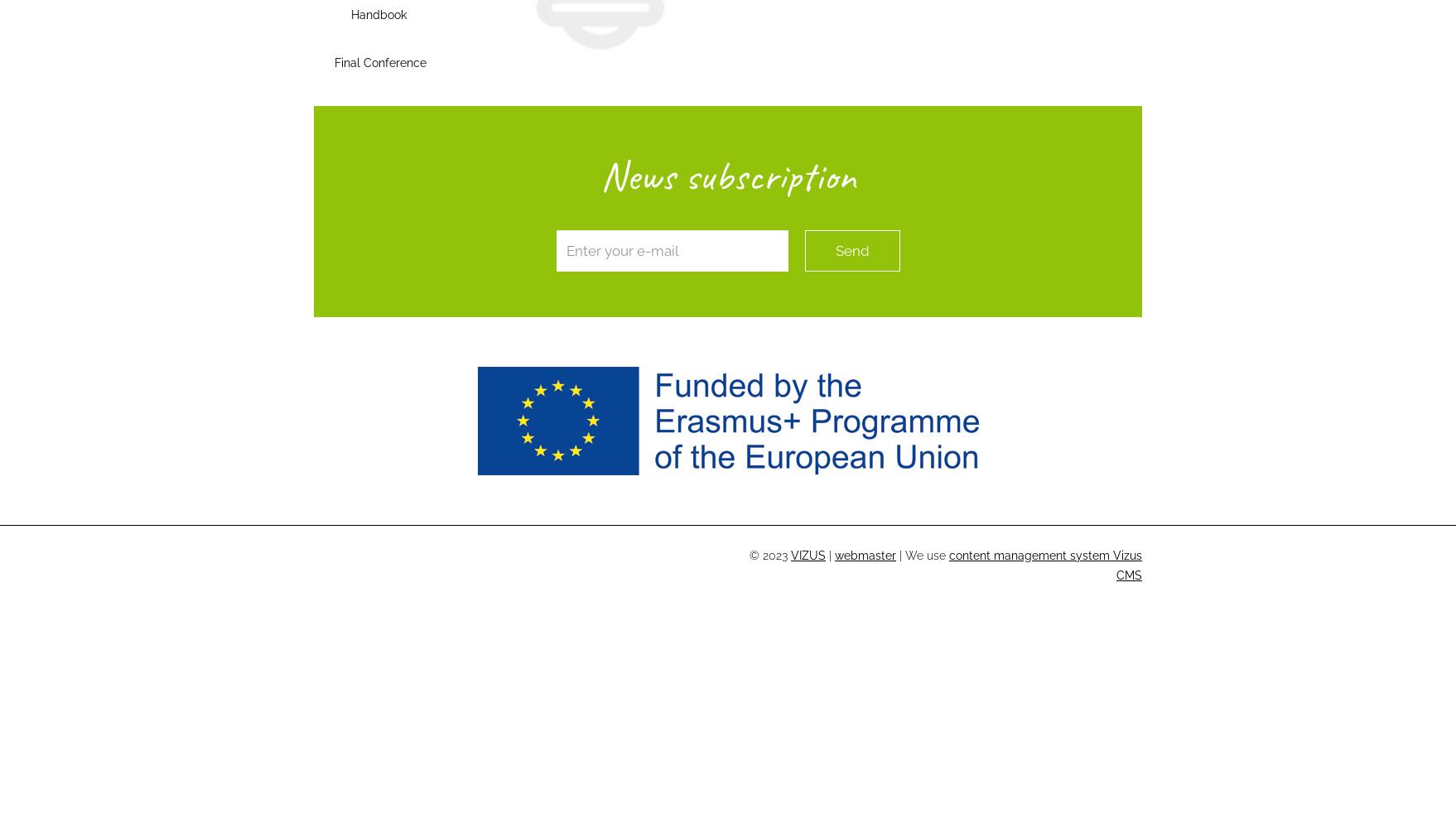 This screenshot has height=828, width=1456. What do you see at coordinates (830, 556) in the screenshot?
I see `'|'` at bounding box center [830, 556].